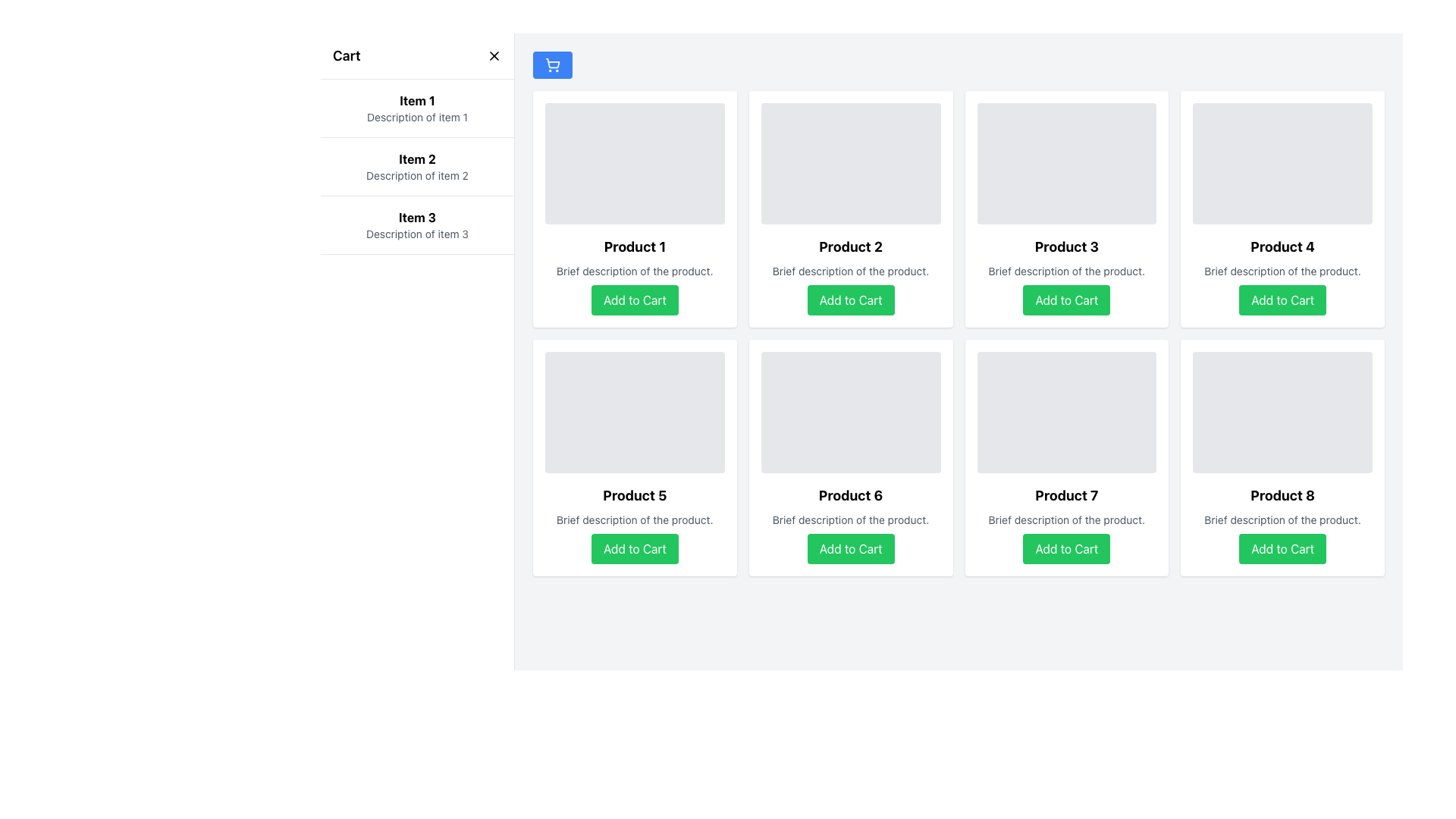 The height and width of the screenshot is (819, 1456). I want to click on text label that displays 'Brief description of the product.' located within the 'Product 1' card, positioned below the title and above the 'Add to Cart' button, so click(635, 271).